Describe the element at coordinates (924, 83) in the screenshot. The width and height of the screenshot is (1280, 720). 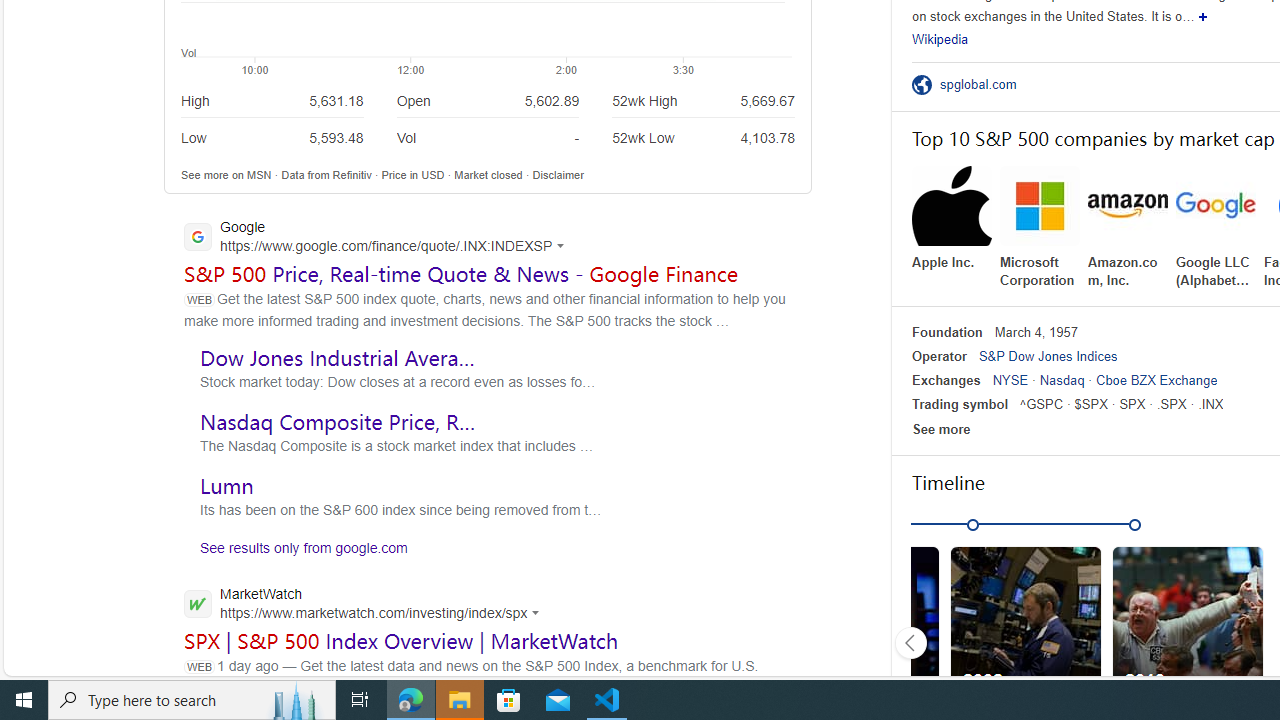
I see `'Official Site'` at that location.